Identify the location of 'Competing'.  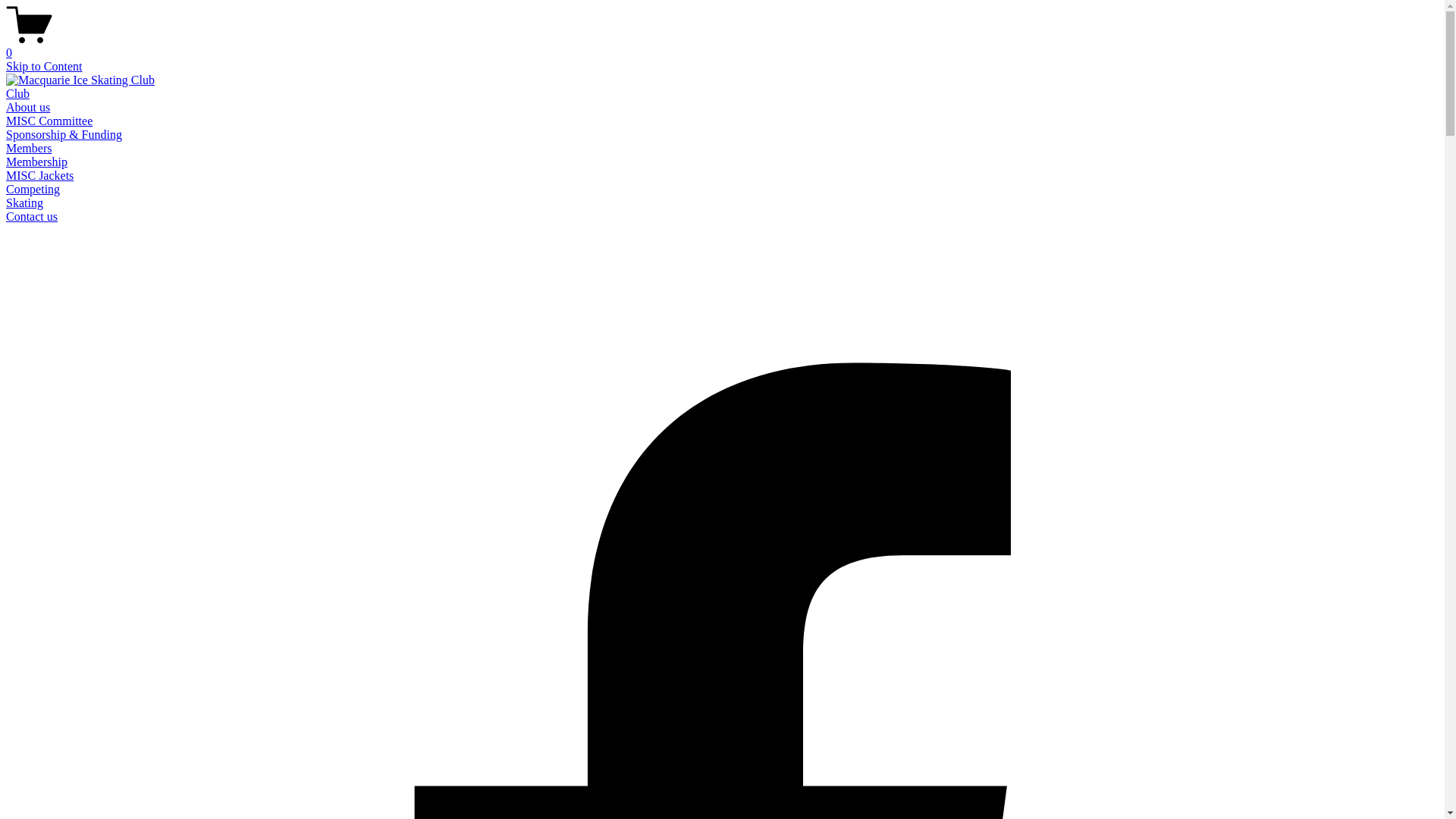
(33, 188).